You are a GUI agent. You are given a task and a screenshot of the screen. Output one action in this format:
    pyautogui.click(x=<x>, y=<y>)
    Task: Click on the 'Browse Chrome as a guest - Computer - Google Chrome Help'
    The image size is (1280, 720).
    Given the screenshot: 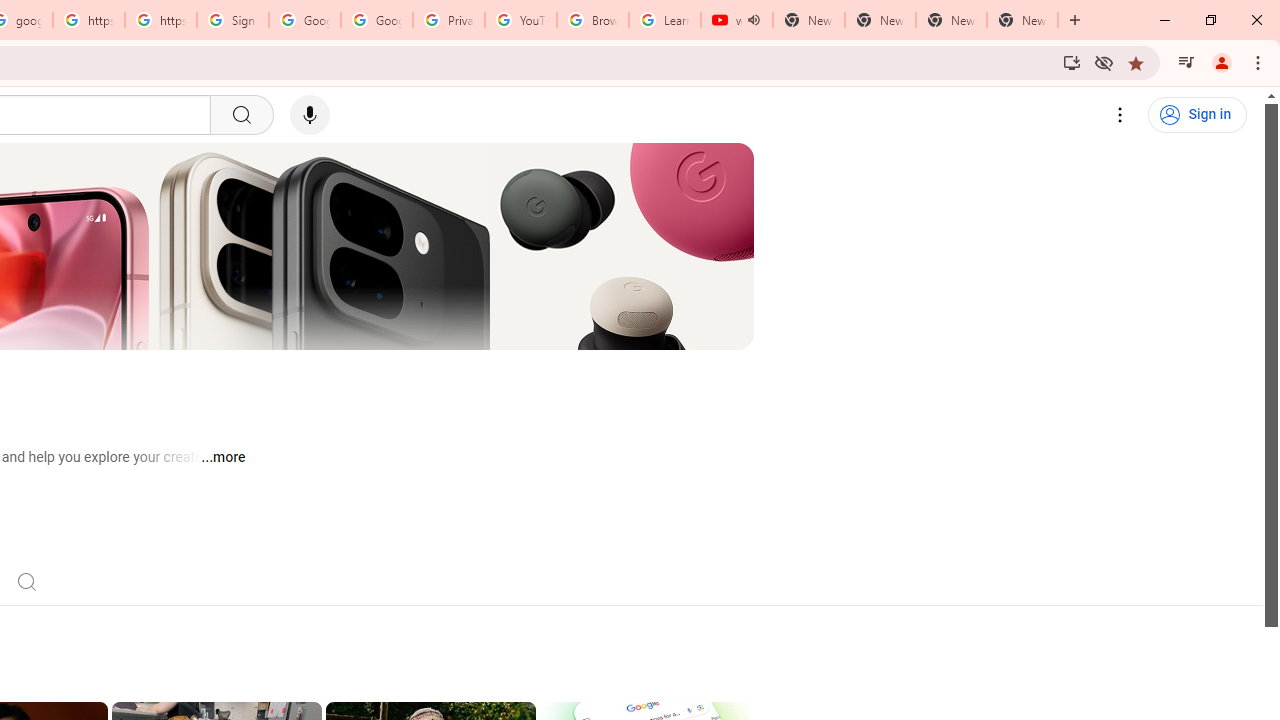 What is the action you would take?
    pyautogui.click(x=591, y=20)
    